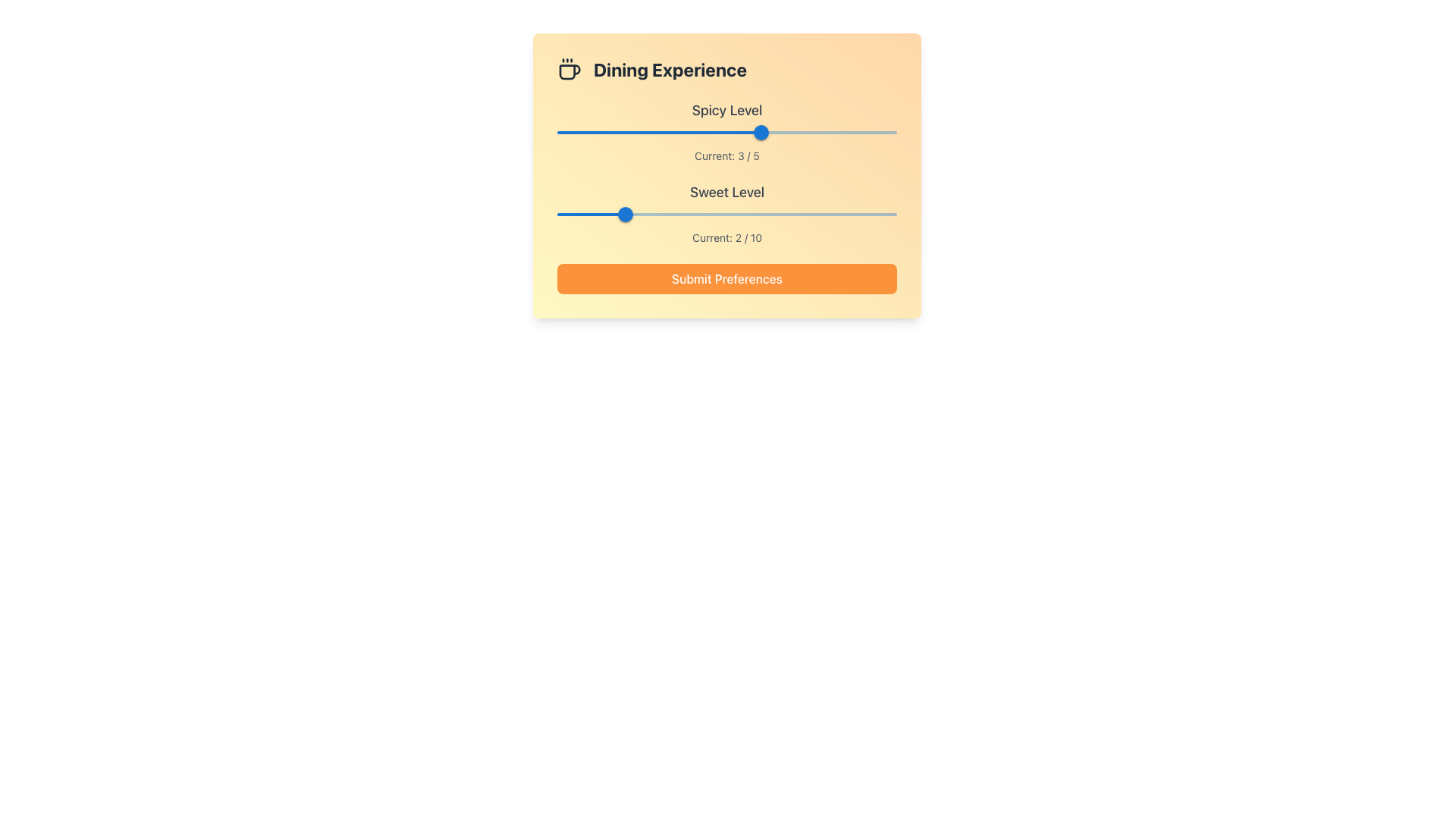 This screenshot has height=819, width=1456. Describe the element at coordinates (726, 131) in the screenshot. I see `the thumb of the slider located in the 'Spicy Level' section of the 'Dining Experience' panel` at that location.